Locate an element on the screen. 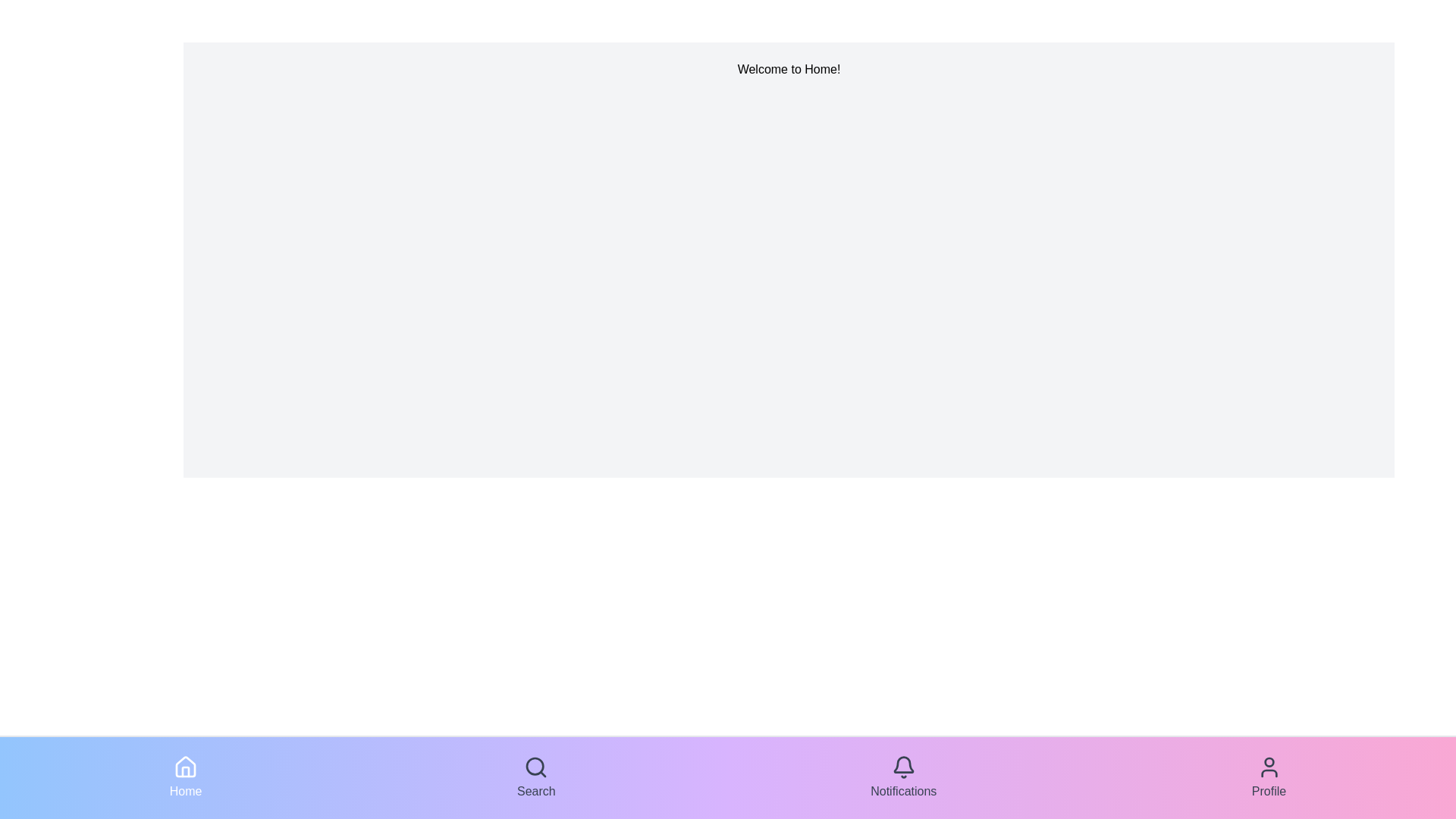 Image resolution: width=1456 pixels, height=819 pixels. the profile navigation button located as the fourth item in the bottom horizontal navigation bar is located at coordinates (1269, 778).